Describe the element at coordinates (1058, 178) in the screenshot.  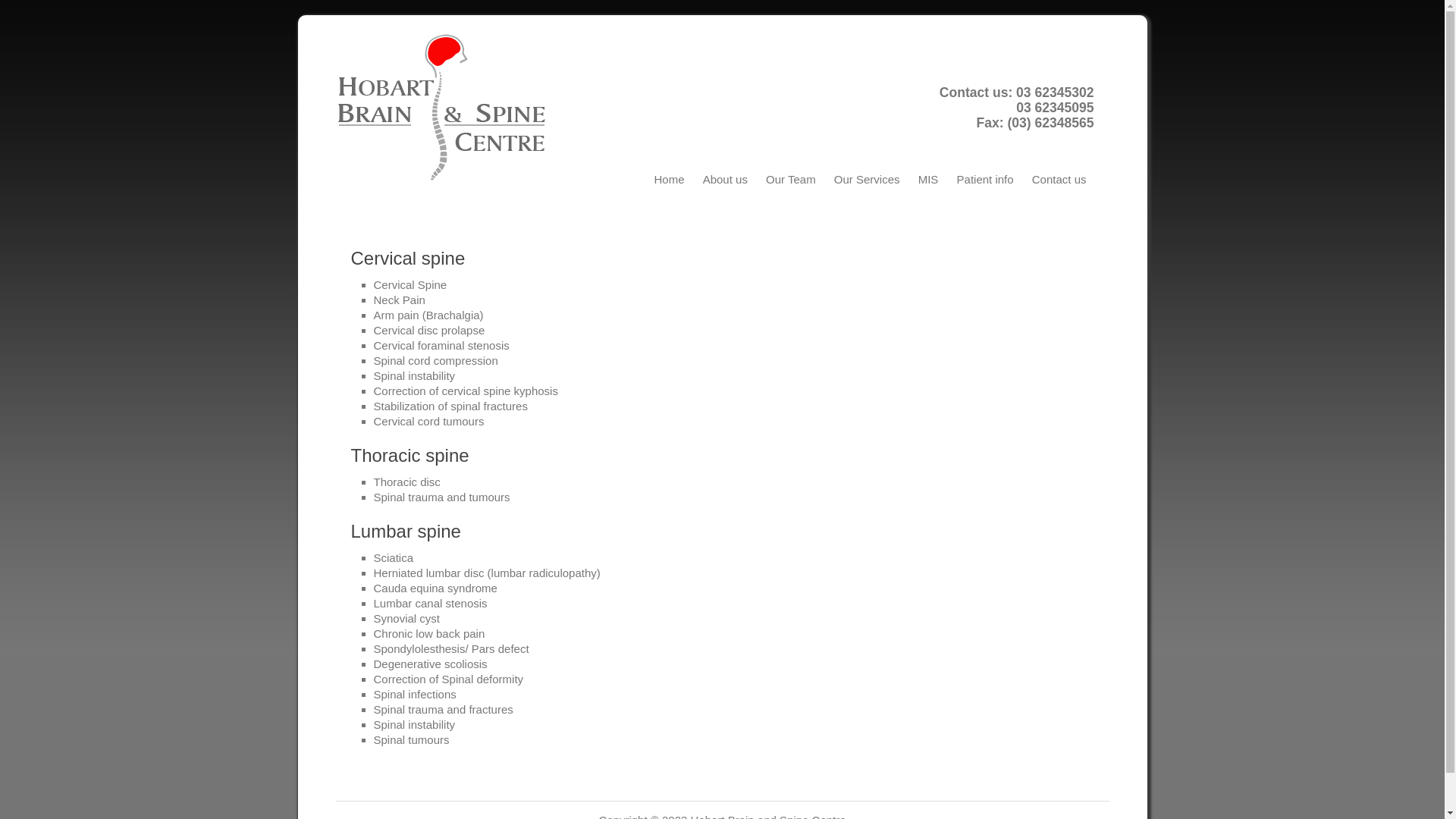
I see `'Contact us'` at that location.